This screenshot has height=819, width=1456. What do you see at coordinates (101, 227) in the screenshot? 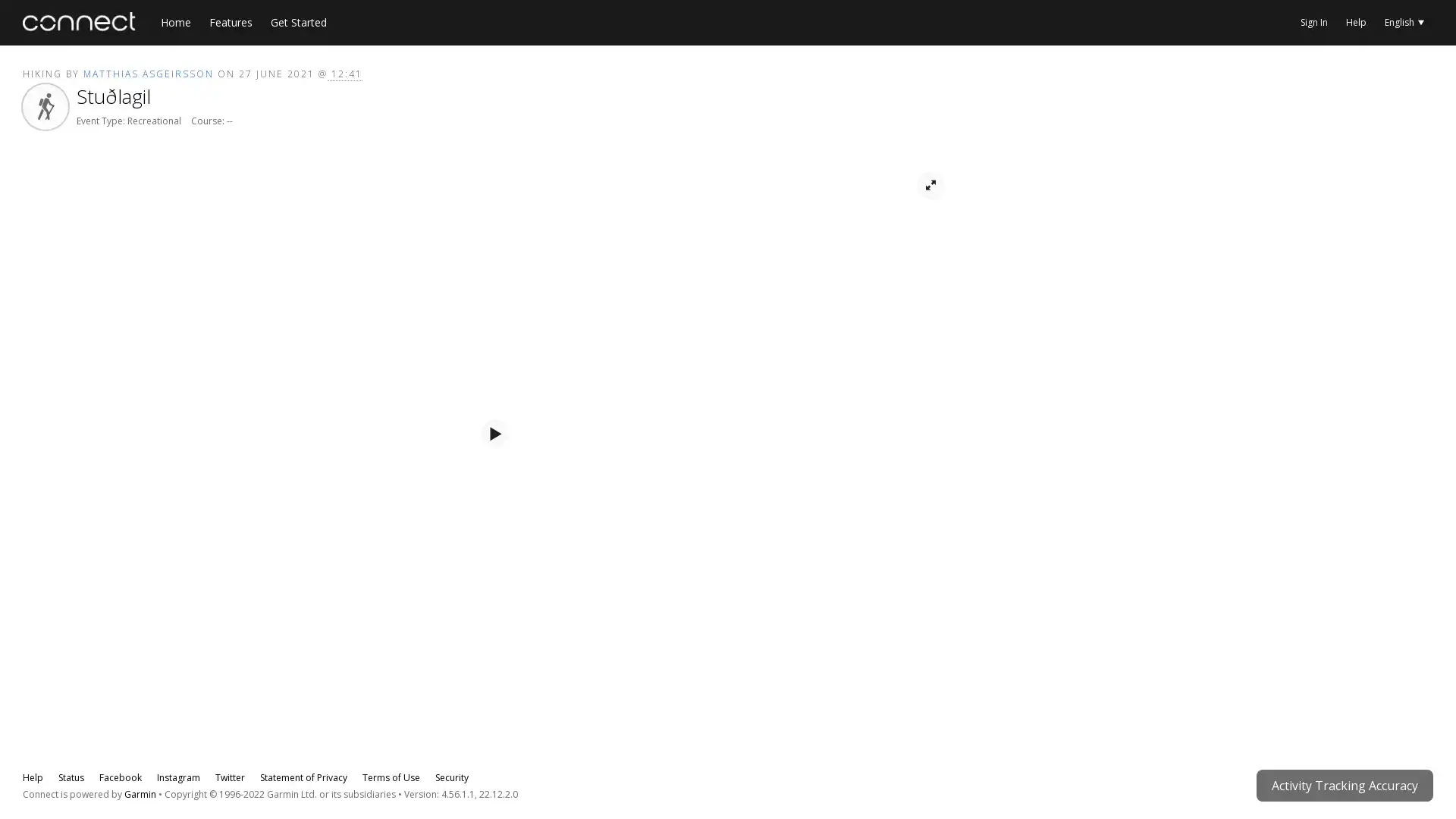
I see `Layers` at bounding box center [101, 227].